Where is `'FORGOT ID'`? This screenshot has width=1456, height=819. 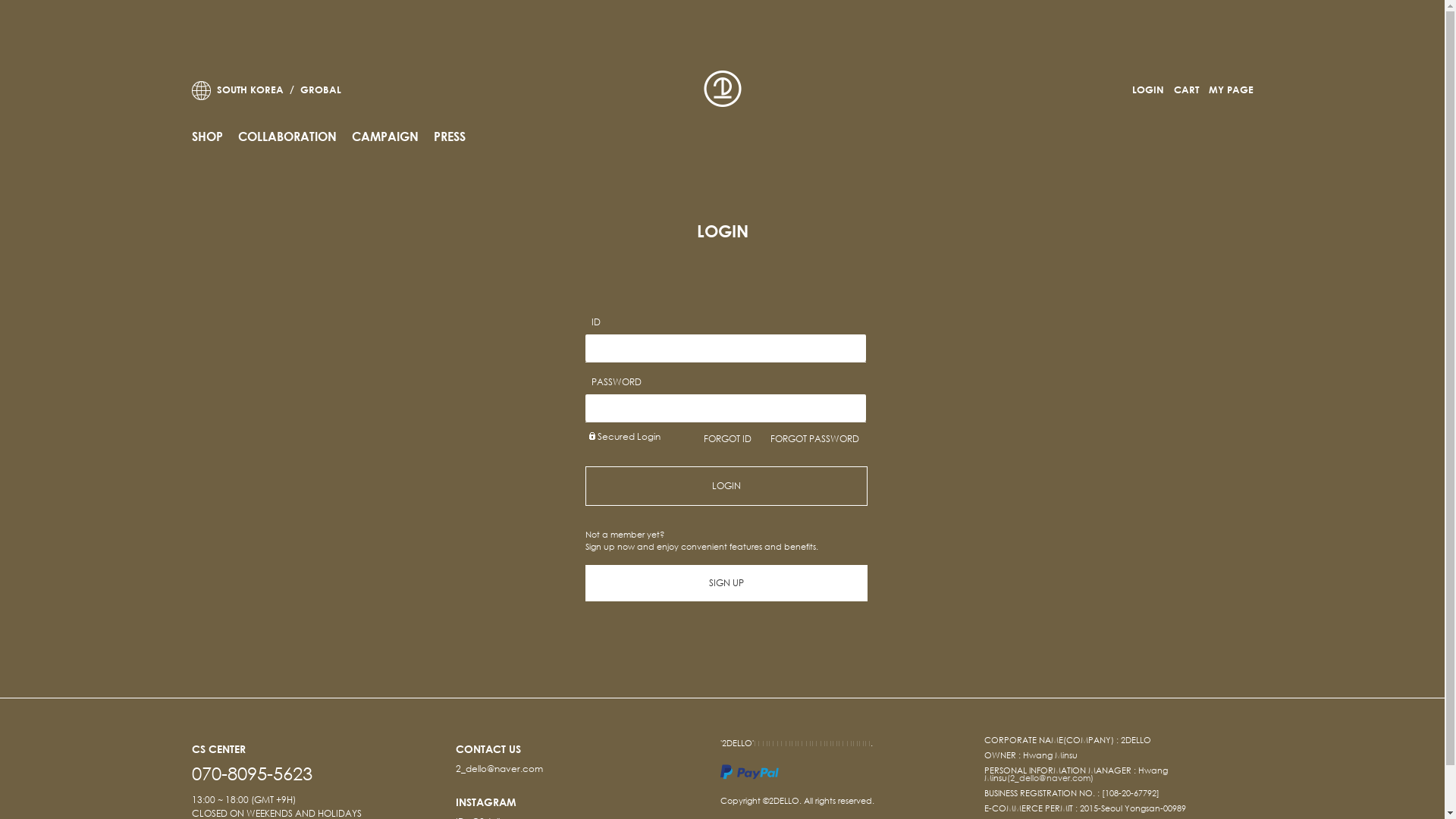
'FORGOT ID' is located at coordinates (702, 438).